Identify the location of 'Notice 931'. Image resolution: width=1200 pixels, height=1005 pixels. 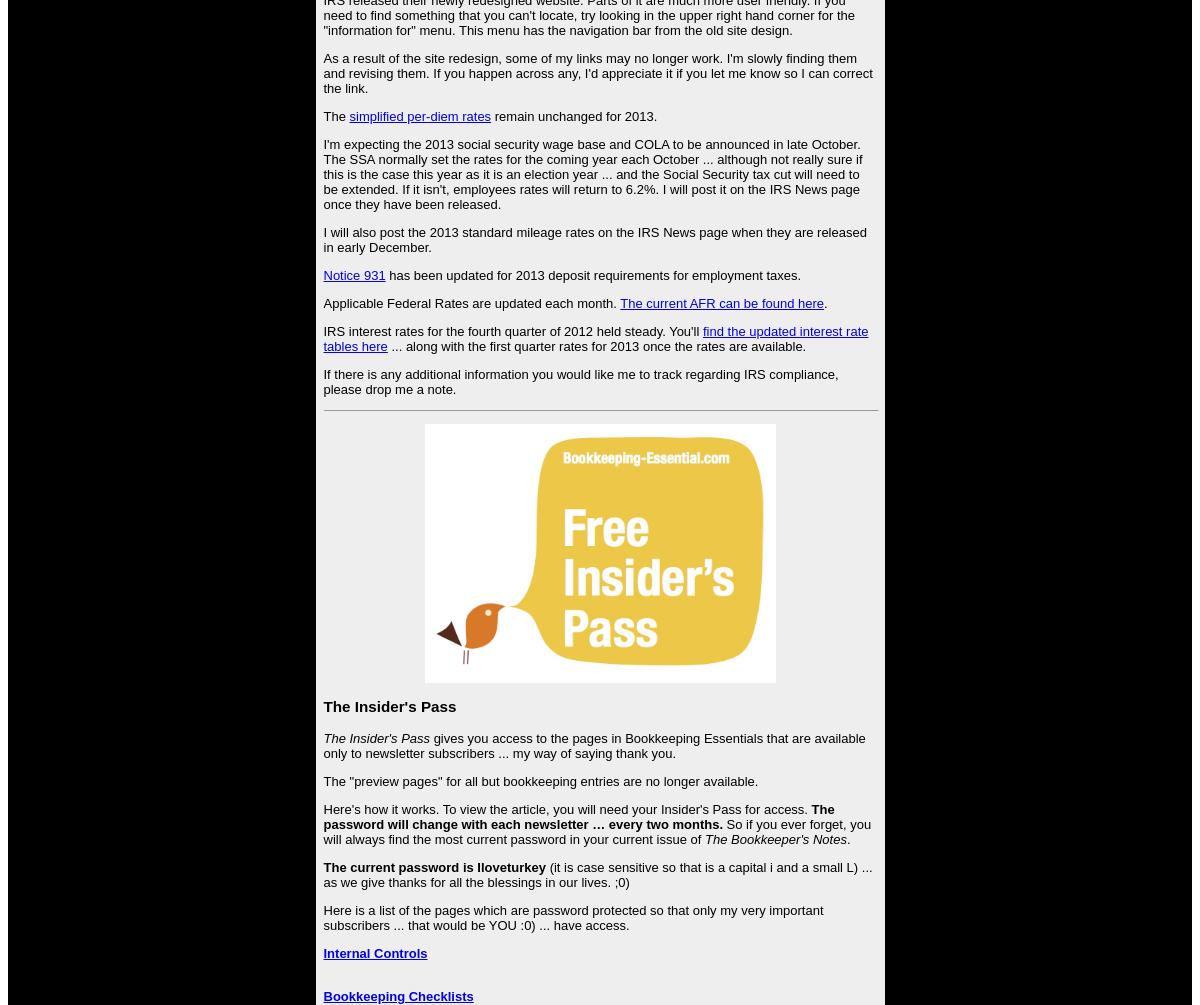
(354, 274).